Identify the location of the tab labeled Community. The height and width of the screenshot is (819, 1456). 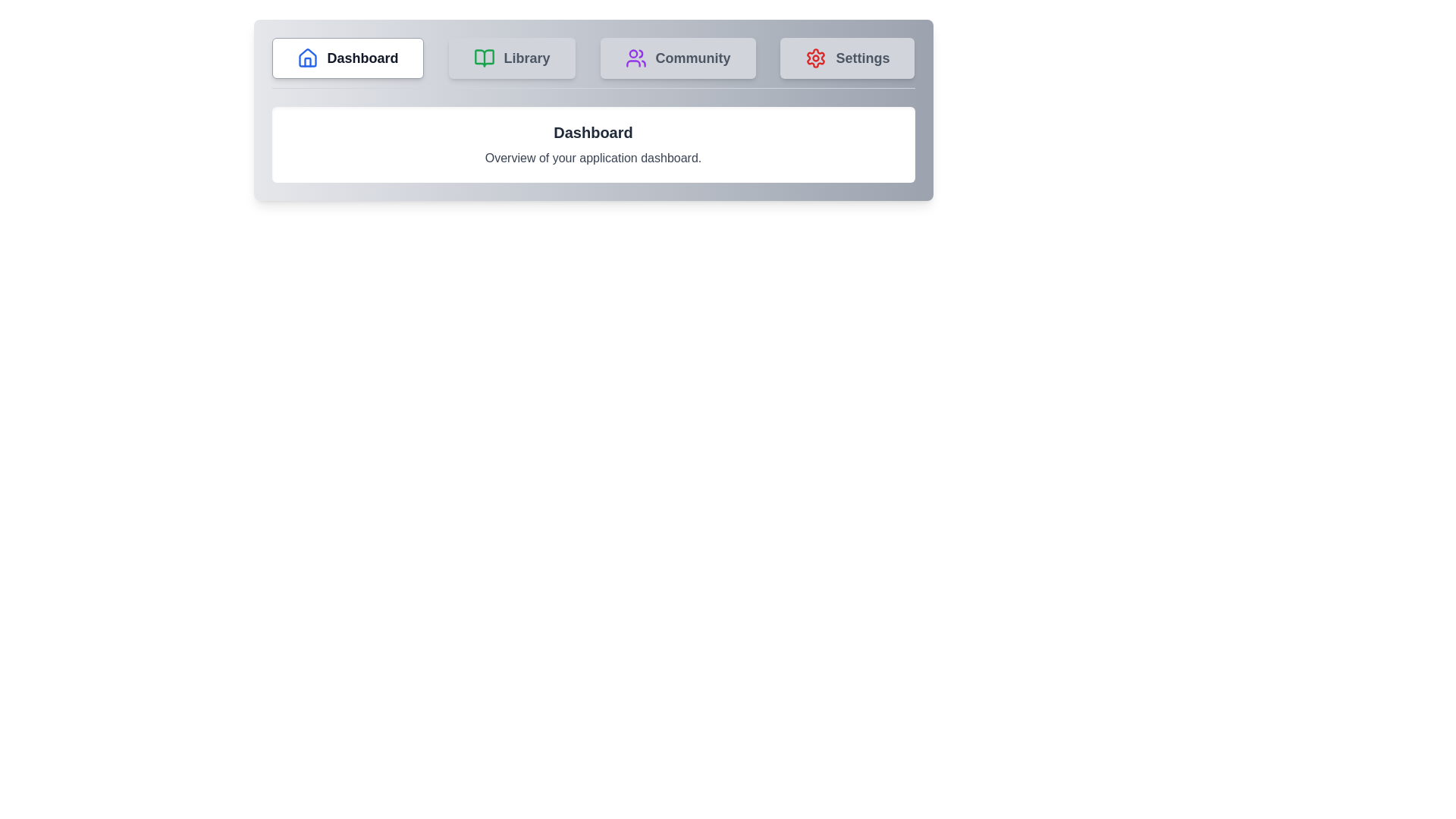
(676, 58).